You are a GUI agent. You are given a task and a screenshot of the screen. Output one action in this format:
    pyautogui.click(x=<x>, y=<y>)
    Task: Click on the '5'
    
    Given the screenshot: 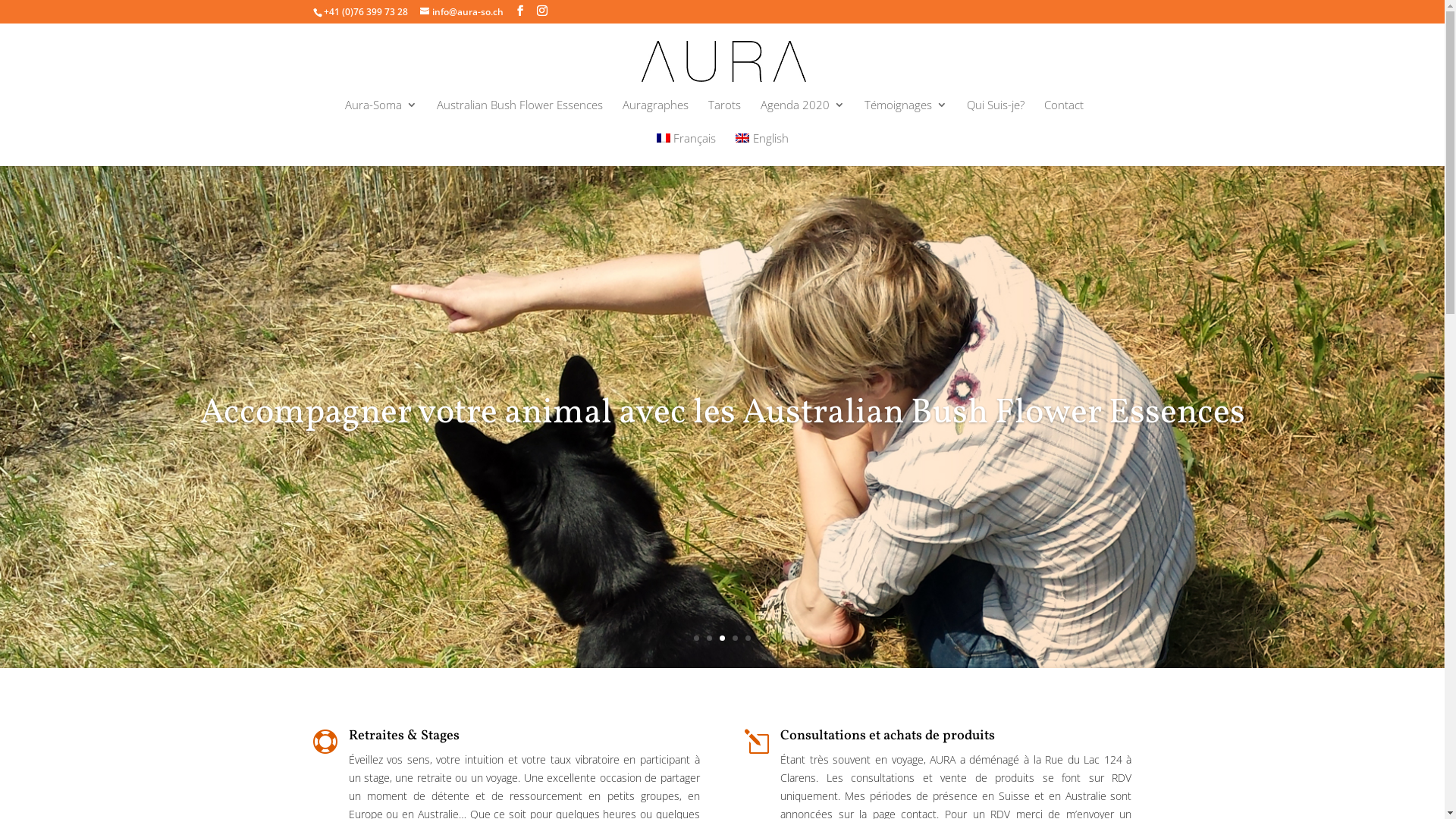 What is the action you would take?
    pyautogui.click(x=748, y=638)
    